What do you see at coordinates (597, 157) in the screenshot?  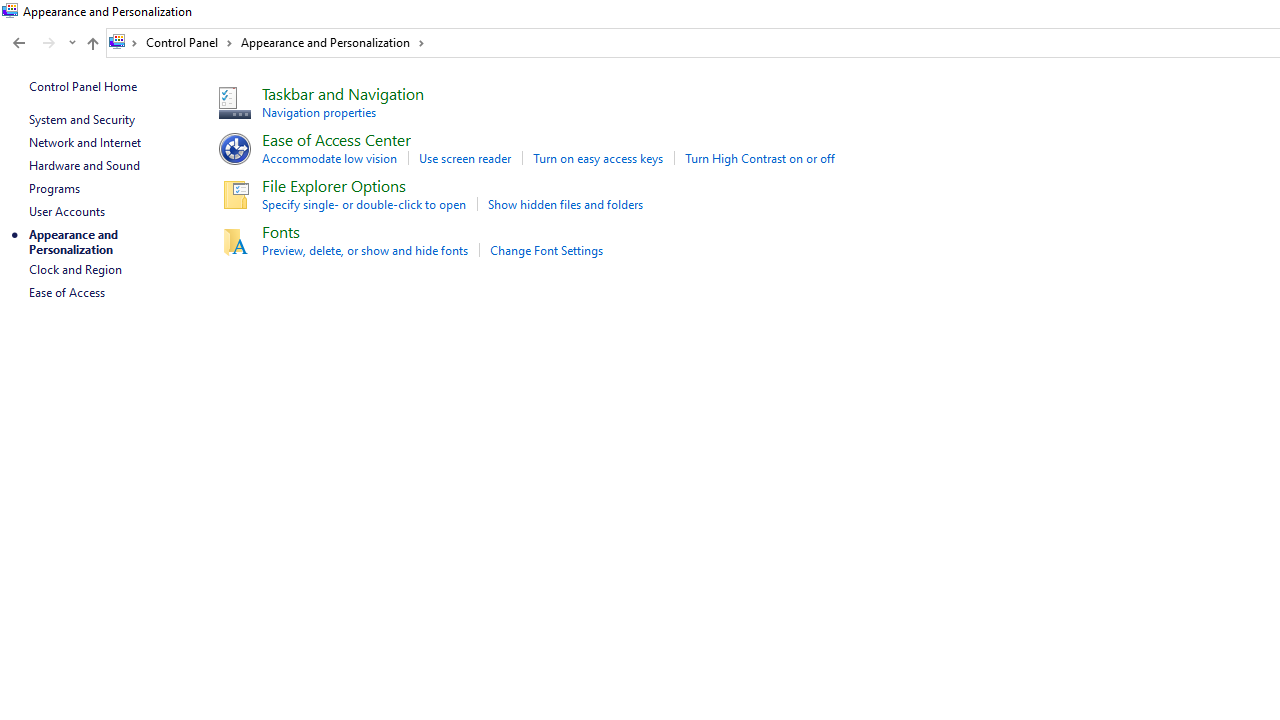 I see `'Turn on easy access keys'` at bounding box center [597, 157].